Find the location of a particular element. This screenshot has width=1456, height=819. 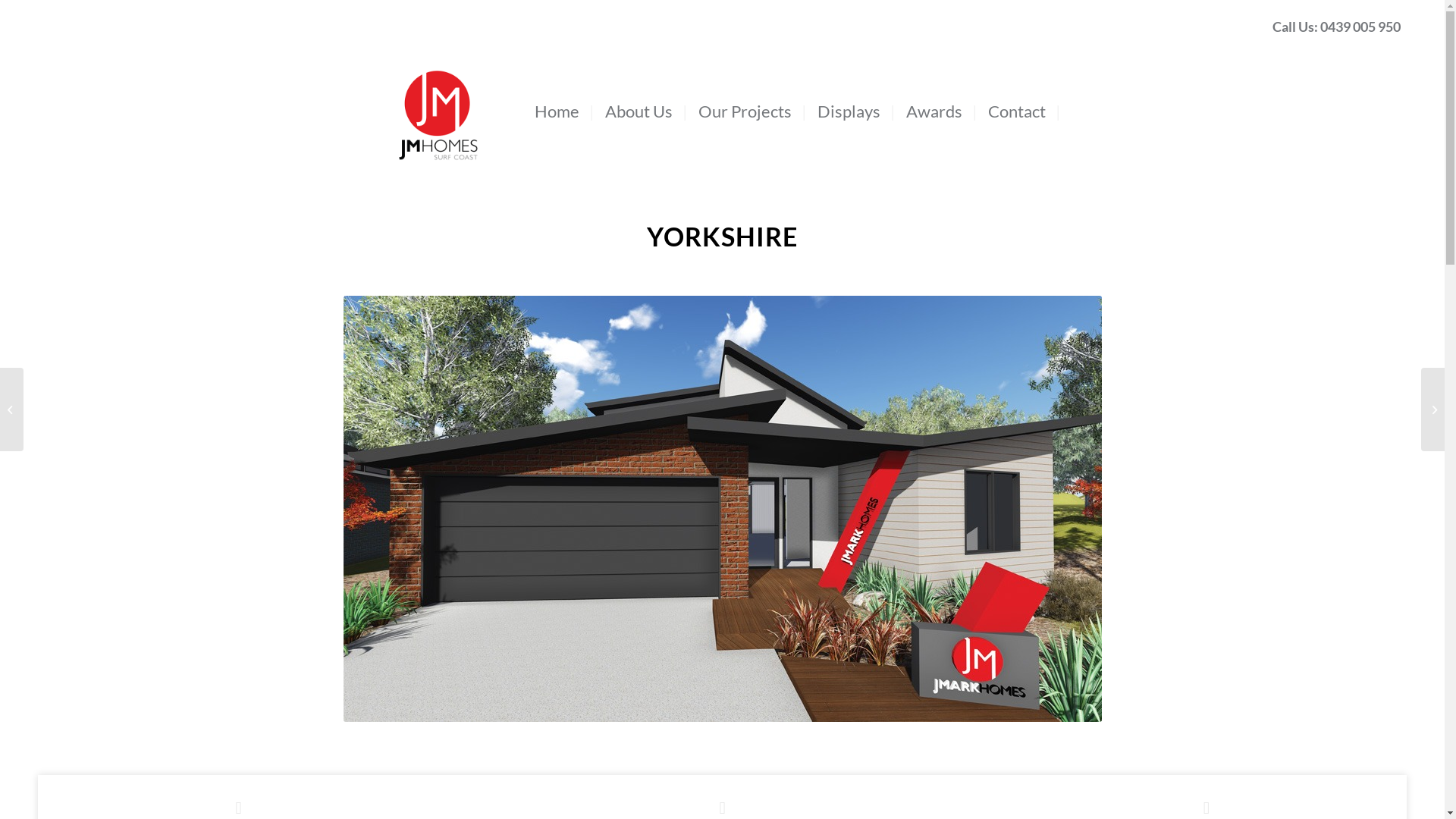

'Awards' is located at coordinates (935, 110).